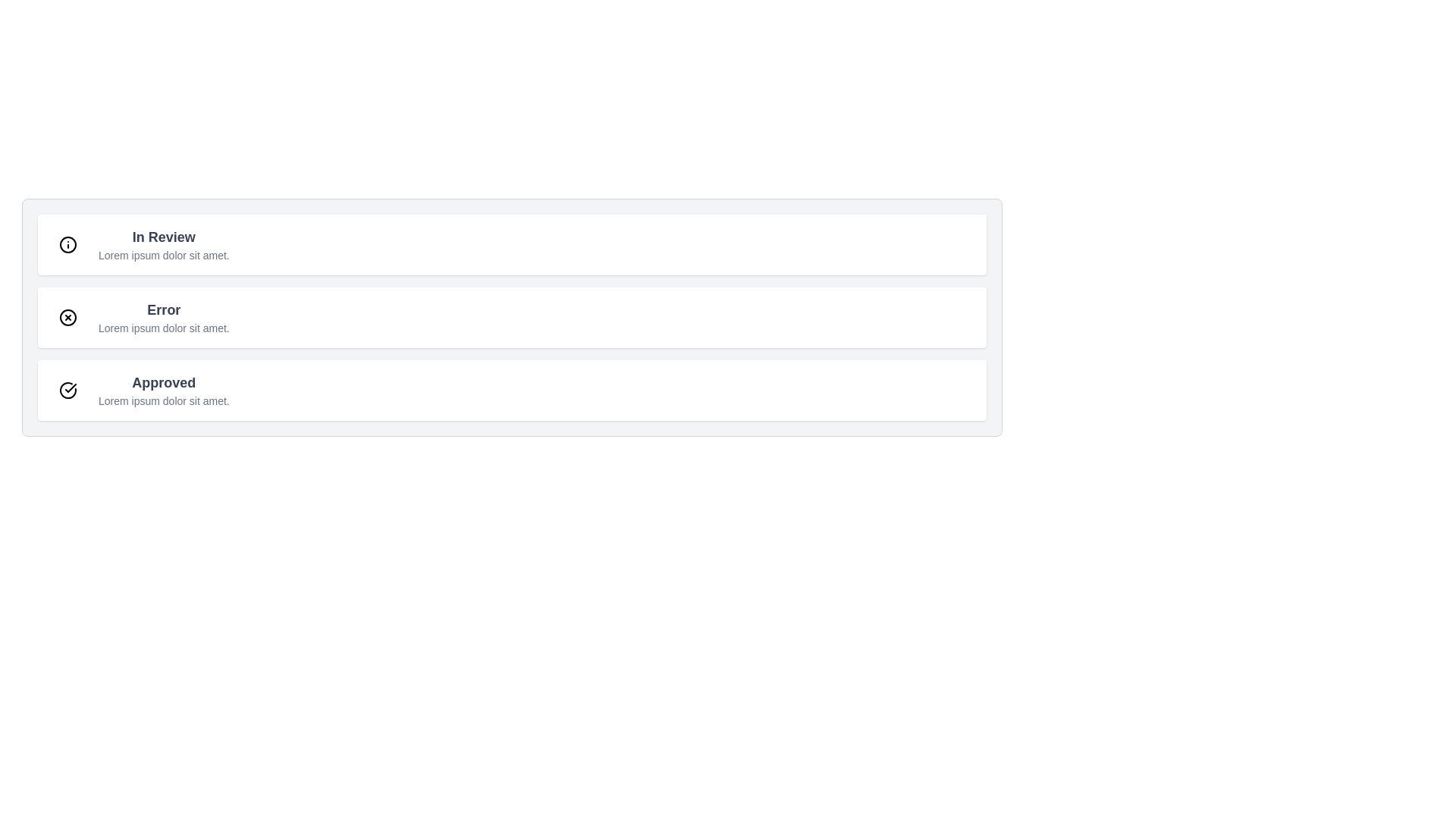 This screenshot has height=819, width=1456. I want to click on code for the 'Approved' status icon located in the third row of the vertical list, positioned to the left of the text 'Approved', so click(70, 388).